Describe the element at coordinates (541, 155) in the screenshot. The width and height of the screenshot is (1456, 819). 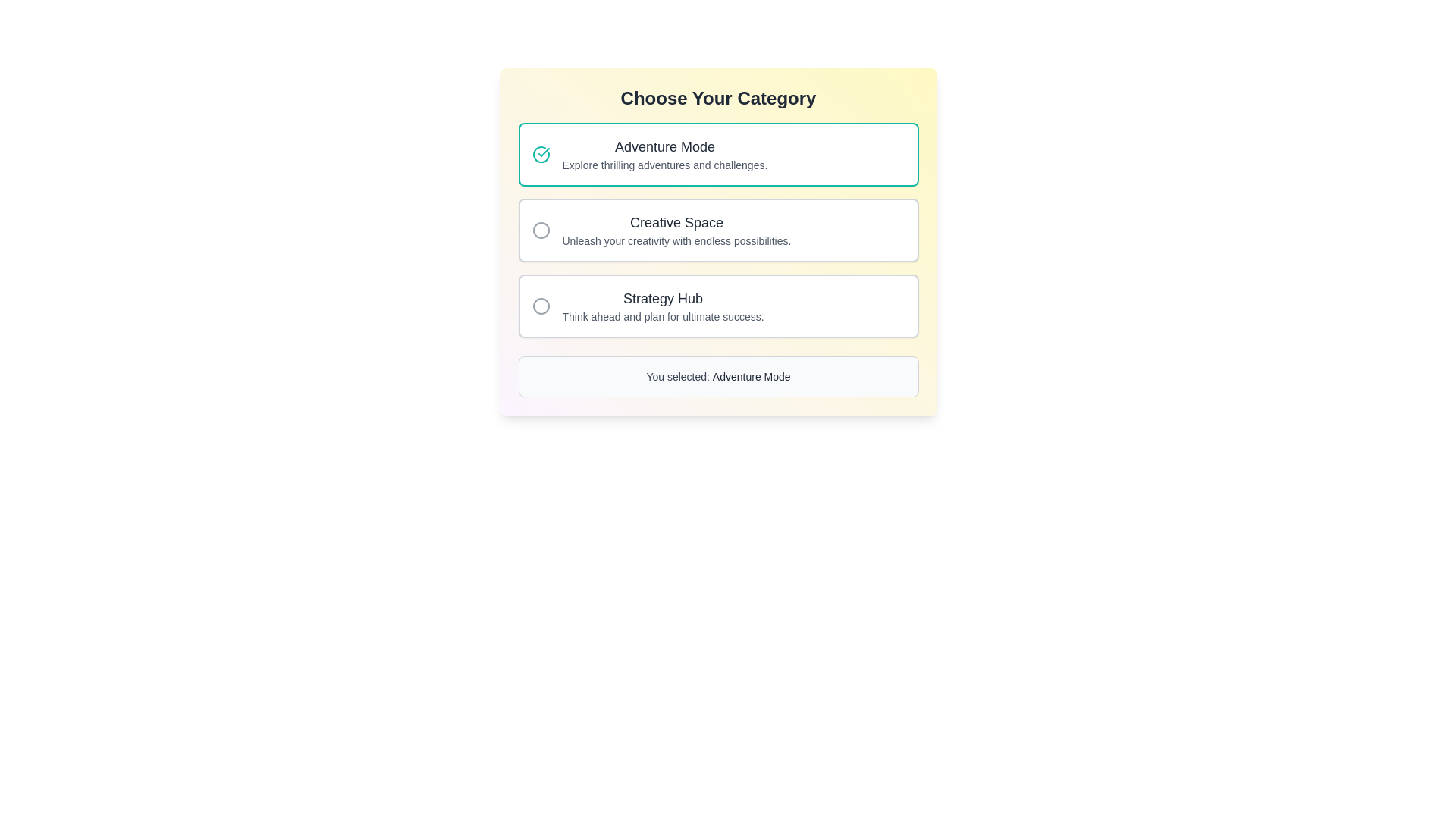
I see `the circular checkmark icon indicating the selection of 'Adventure Mode', located in the top left corner of the first card` at that location.